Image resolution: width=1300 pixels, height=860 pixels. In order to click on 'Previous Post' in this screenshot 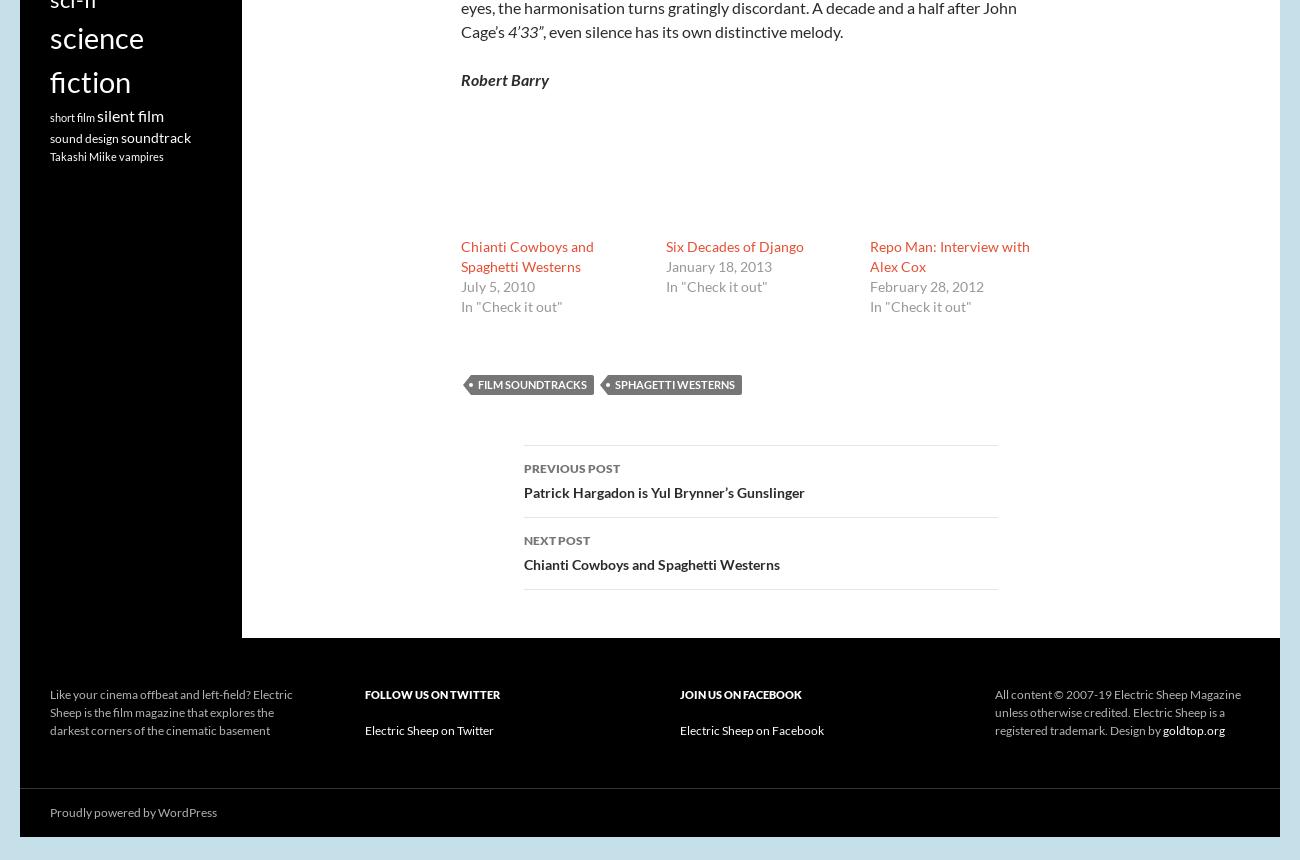, I will do `click(571, 468)`.